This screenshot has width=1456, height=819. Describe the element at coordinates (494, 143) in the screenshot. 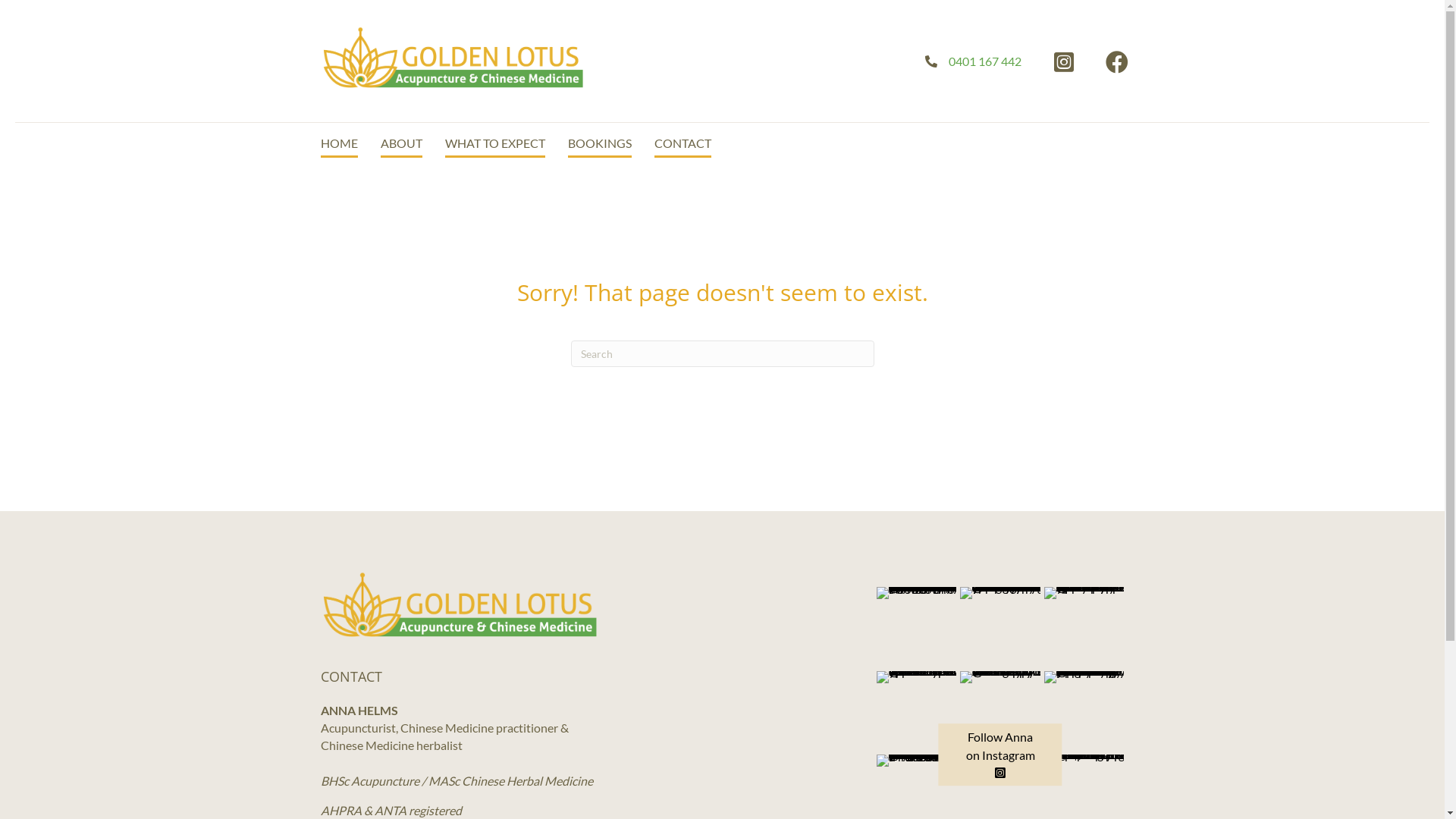

I see `'WHAT TO EXPECT'` at that location.